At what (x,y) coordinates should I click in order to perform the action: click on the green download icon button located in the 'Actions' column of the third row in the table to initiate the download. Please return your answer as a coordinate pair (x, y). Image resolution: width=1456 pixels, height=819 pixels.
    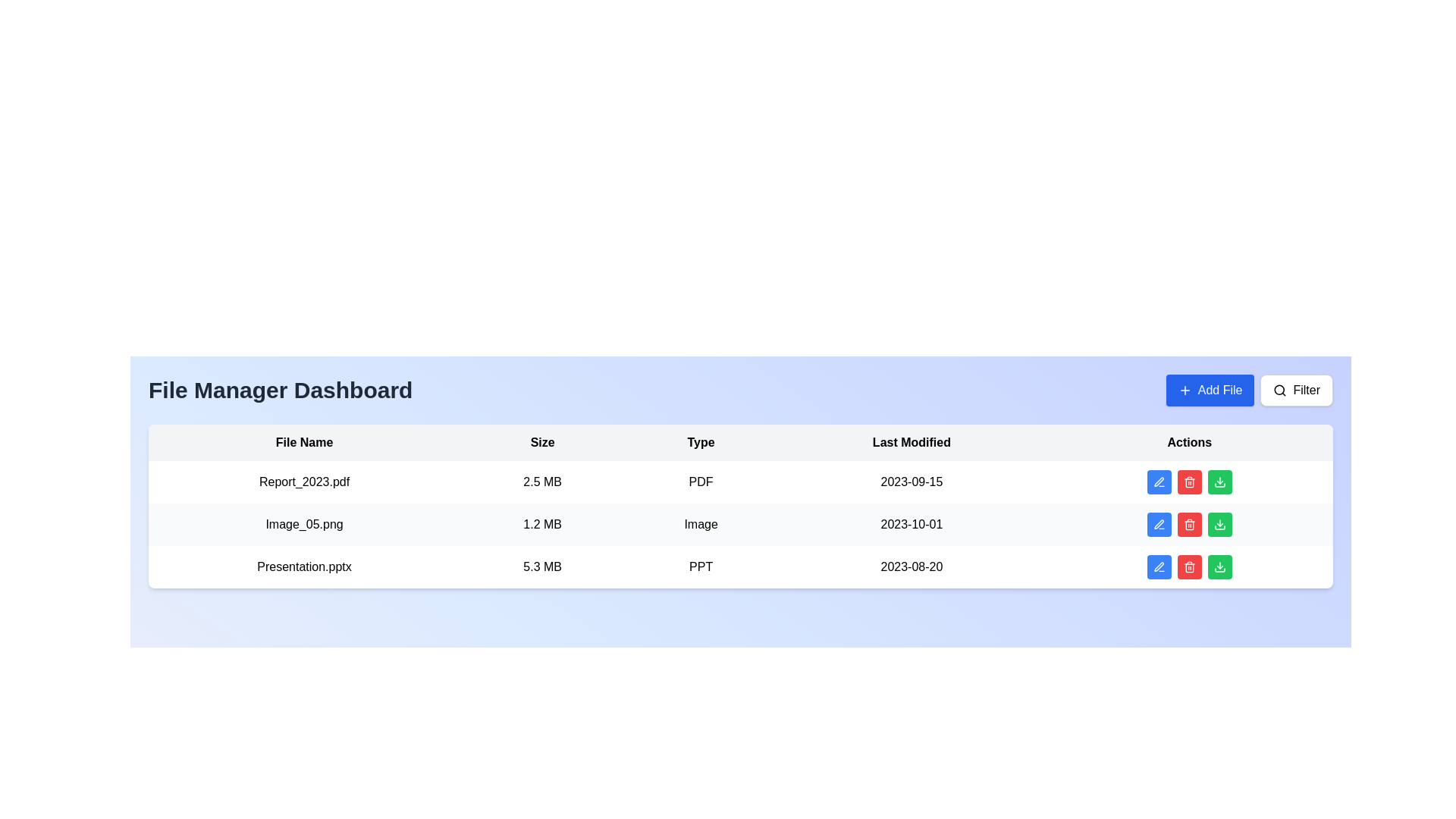
    Looking at the image, I should click on (1219, 567).